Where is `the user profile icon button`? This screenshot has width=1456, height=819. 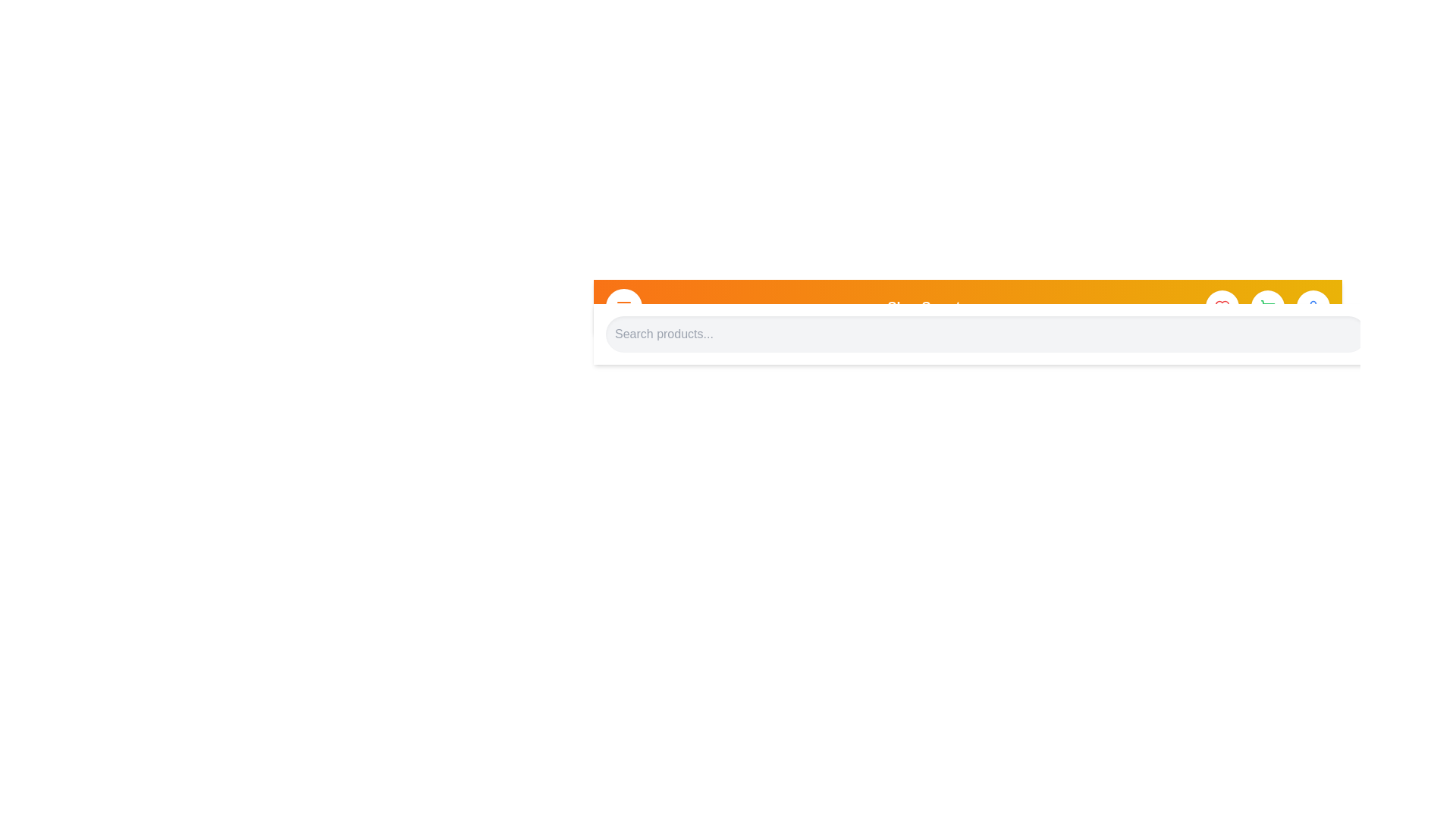 the user profile icon button is located at coordinates (1313, 307).